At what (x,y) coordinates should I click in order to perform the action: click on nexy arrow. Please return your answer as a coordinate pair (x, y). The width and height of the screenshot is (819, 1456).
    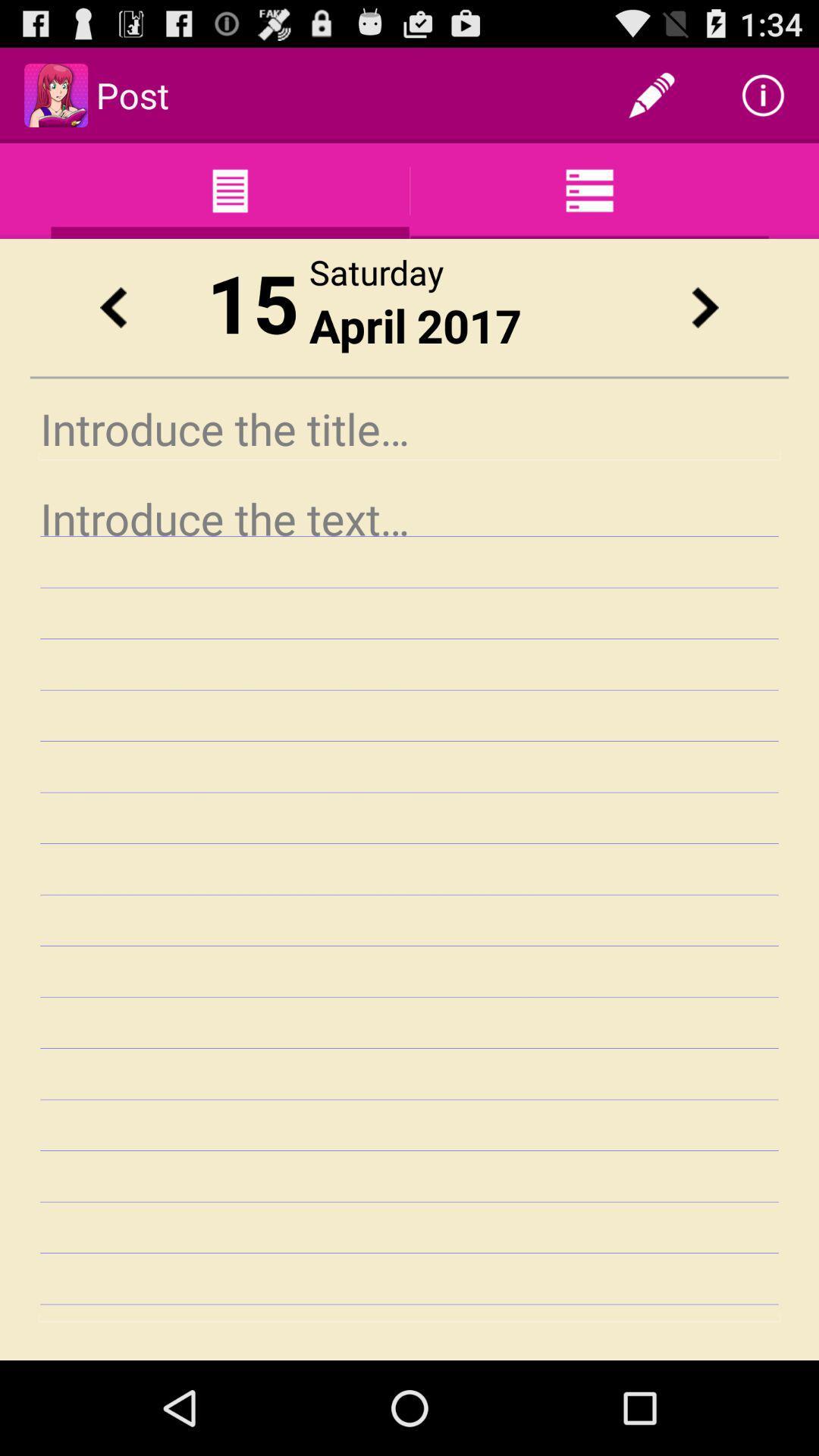
    Looking at the image, I should click on (704, 306).